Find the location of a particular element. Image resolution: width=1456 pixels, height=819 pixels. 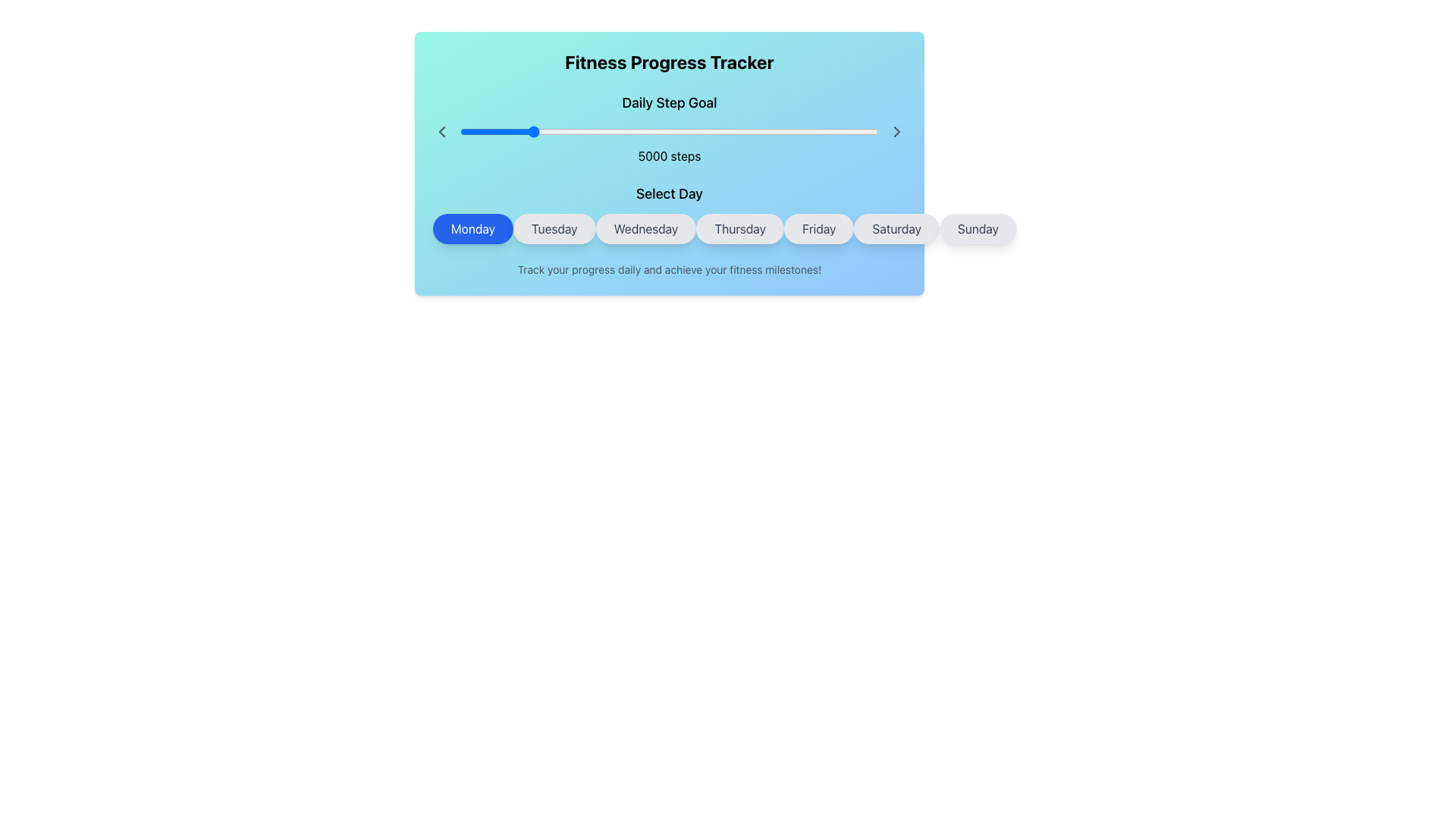

the 'Sunday' button is located at coordinates (978, 228).